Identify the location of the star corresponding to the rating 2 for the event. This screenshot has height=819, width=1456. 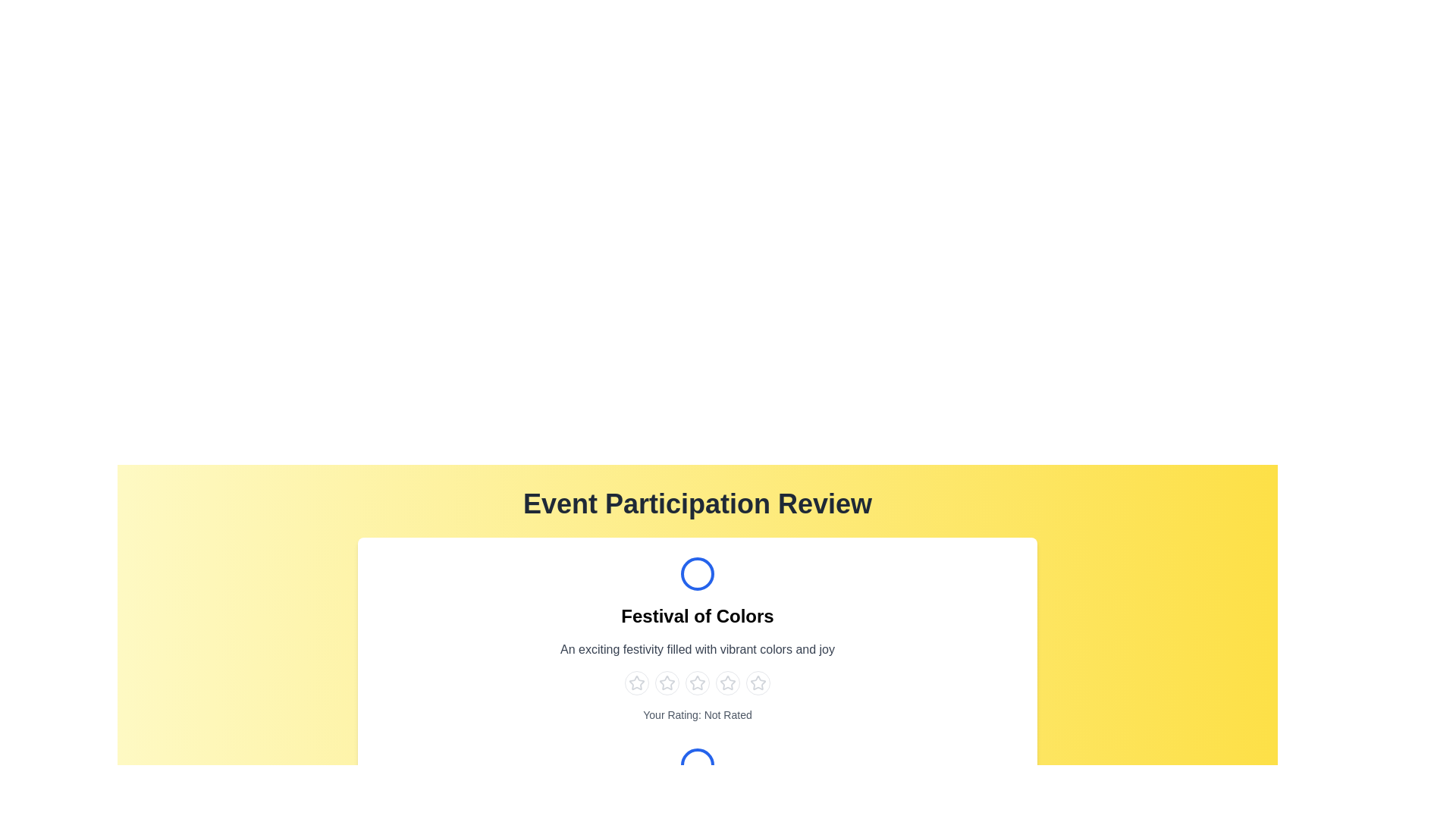
(667, 683).